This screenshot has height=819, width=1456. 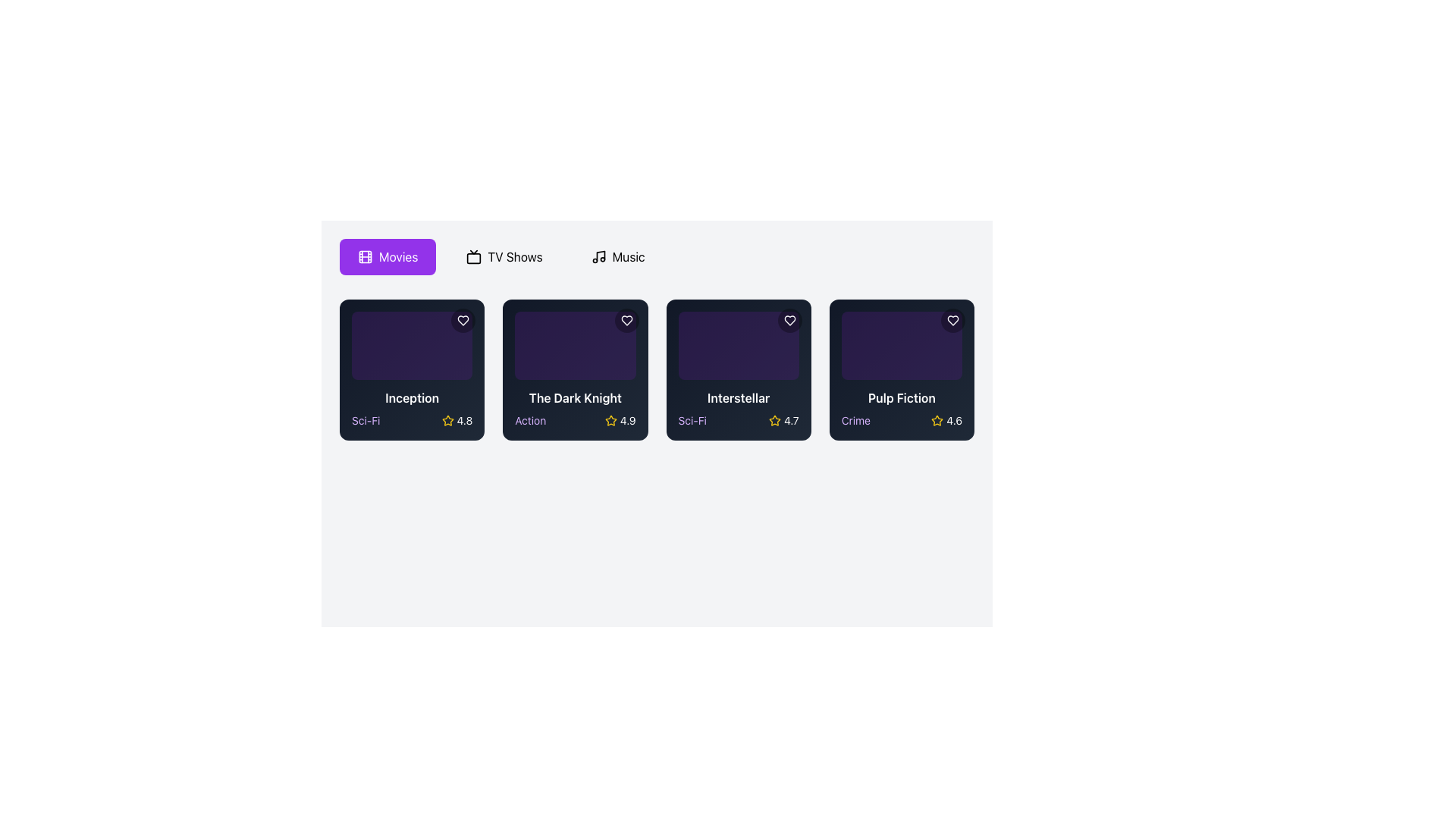 What do you see at coordinates (739, 397) in the screenshot?
I see `the text label that identifies the movie 'Interstellar', located within the third card of horizontally aligned movie cards, situated below the image area and above the genre and rating text` at bounding box center [739, 397].